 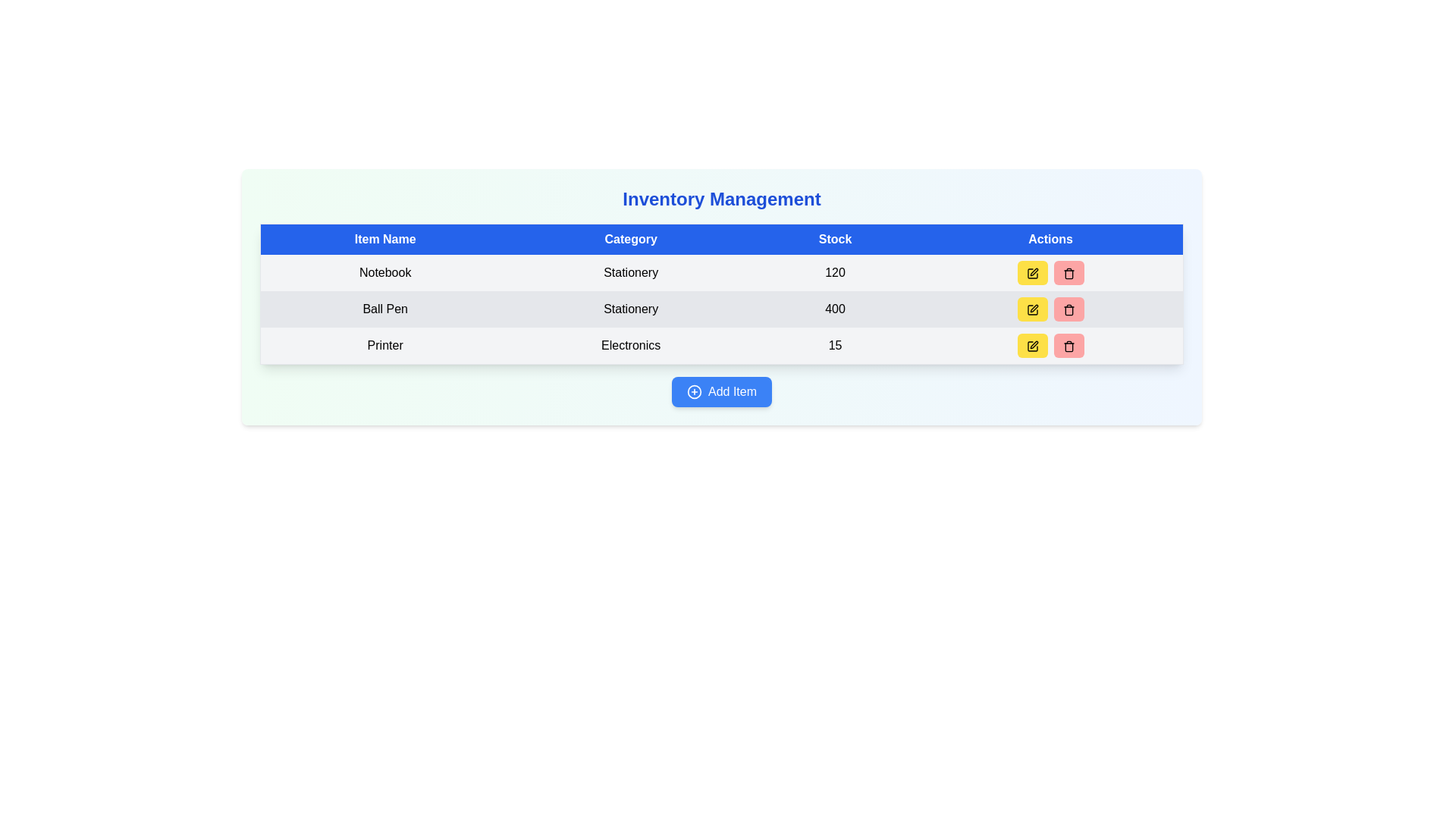 I want to click on the delete button located in the last row of the table under the 'Actions' column, so click(x=1068, y=345).